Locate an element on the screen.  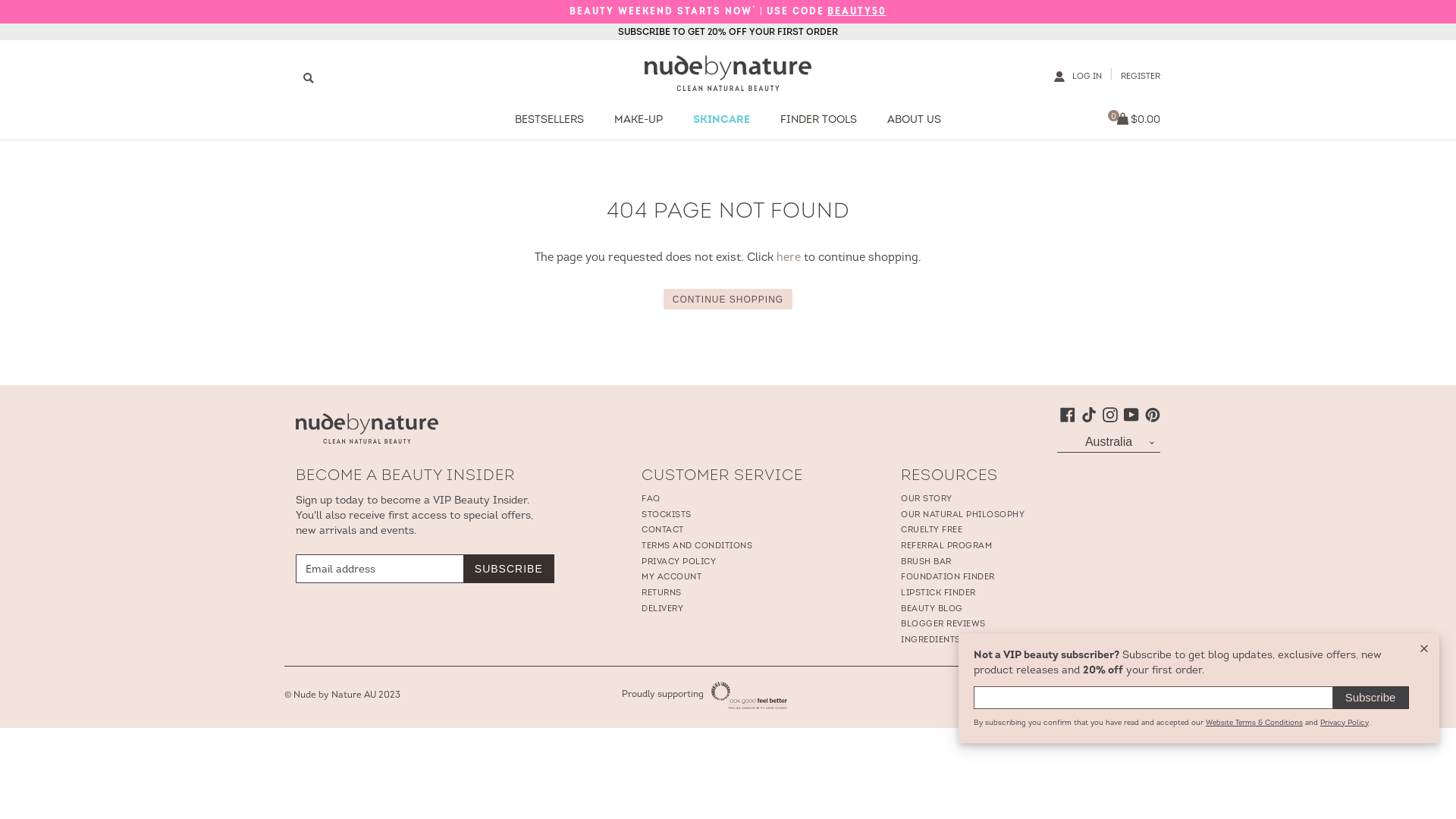
'BRUSH BAR' is located at coordinates (925, 562).